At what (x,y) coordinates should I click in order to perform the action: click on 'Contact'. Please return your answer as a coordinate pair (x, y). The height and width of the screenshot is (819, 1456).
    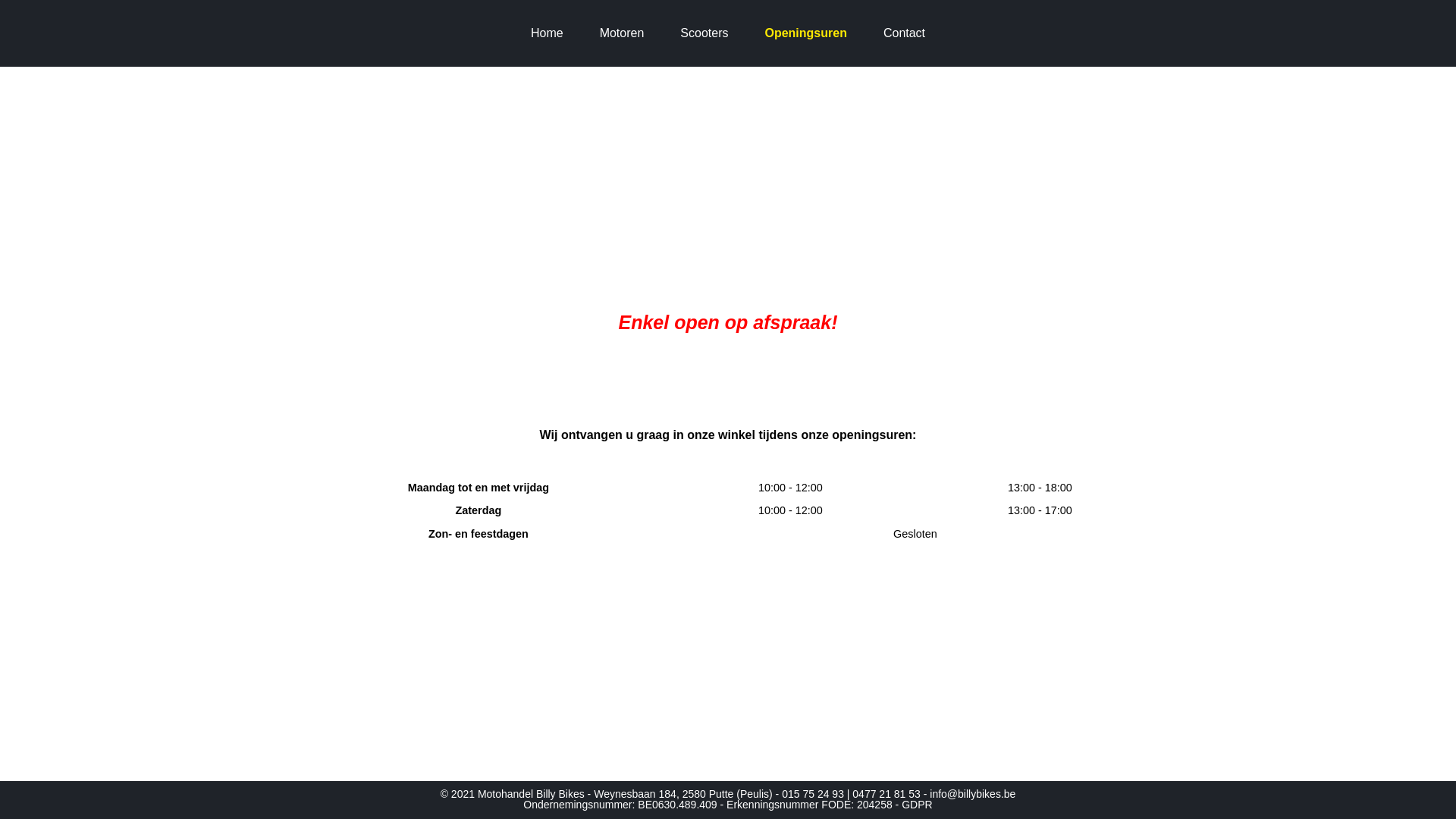
    Looking at the image, I should click on (904, 33).